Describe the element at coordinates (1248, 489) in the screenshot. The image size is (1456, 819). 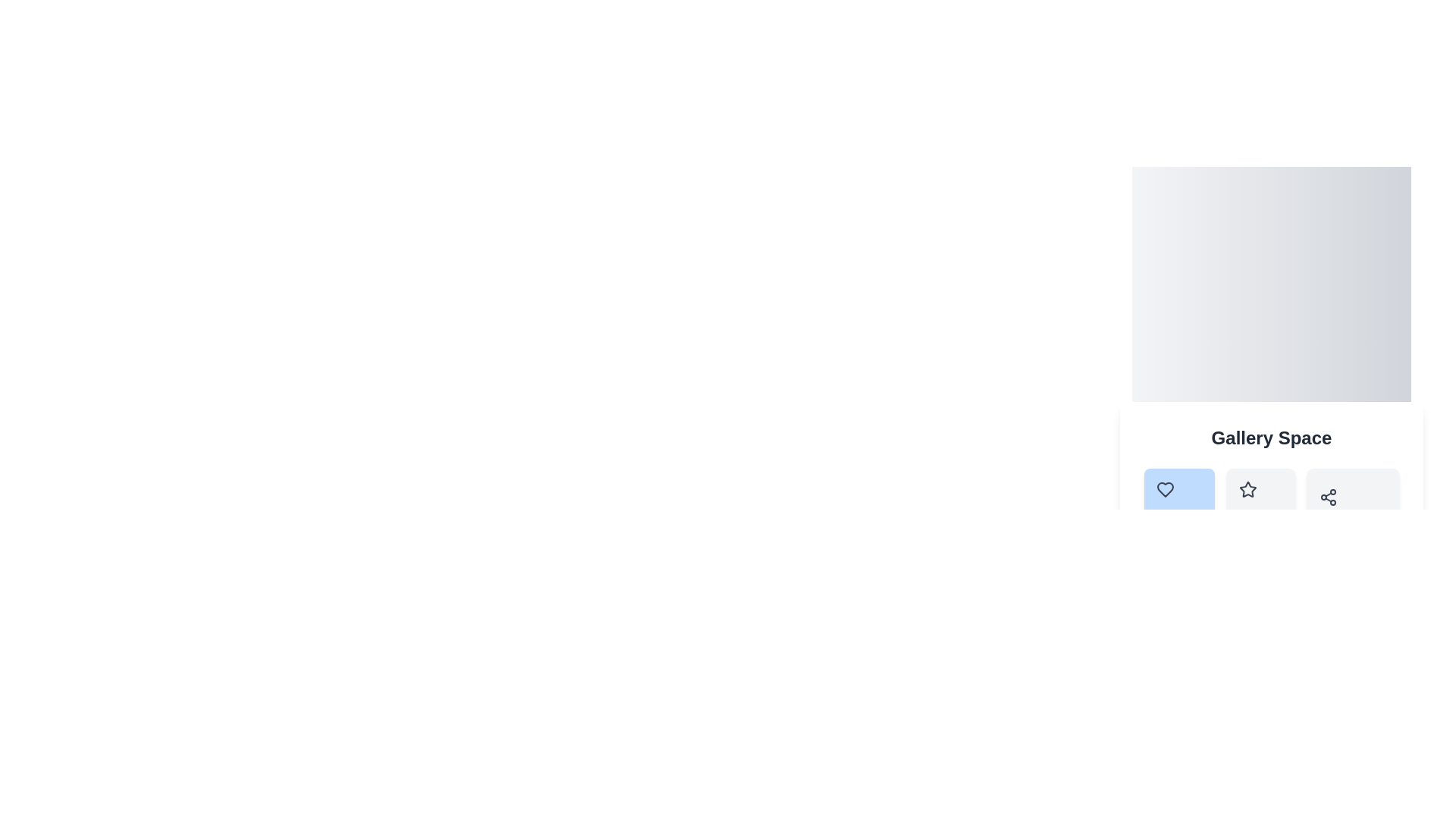
I see `the second icon from the left in the row below the 'Gallery Space' title to interact with the favorite or rating action` at that location.